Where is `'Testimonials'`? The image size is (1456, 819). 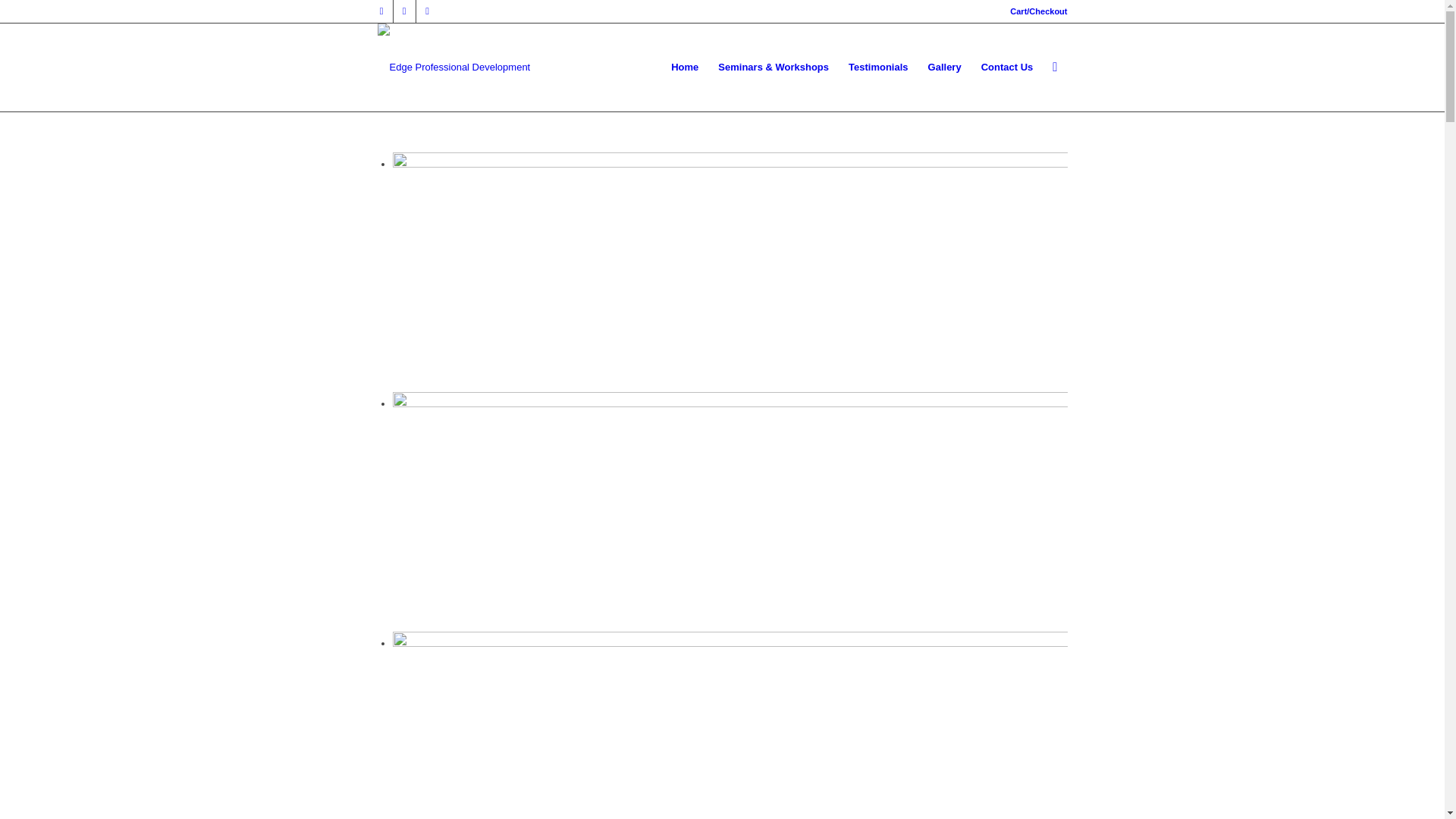 'Testimonials' is located at coordinates (878, 66).